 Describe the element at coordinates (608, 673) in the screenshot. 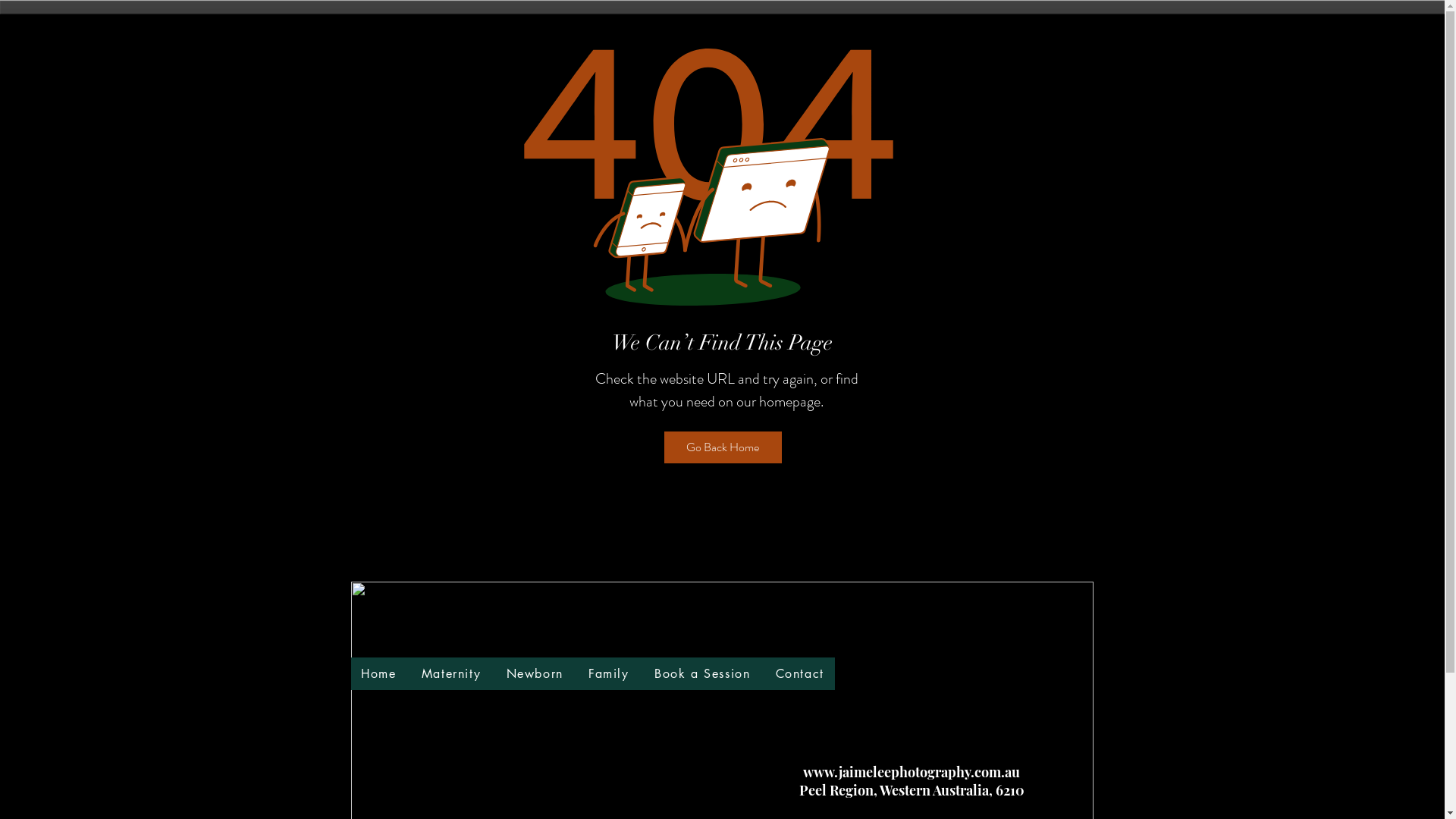

I see `'Family'` at that location.